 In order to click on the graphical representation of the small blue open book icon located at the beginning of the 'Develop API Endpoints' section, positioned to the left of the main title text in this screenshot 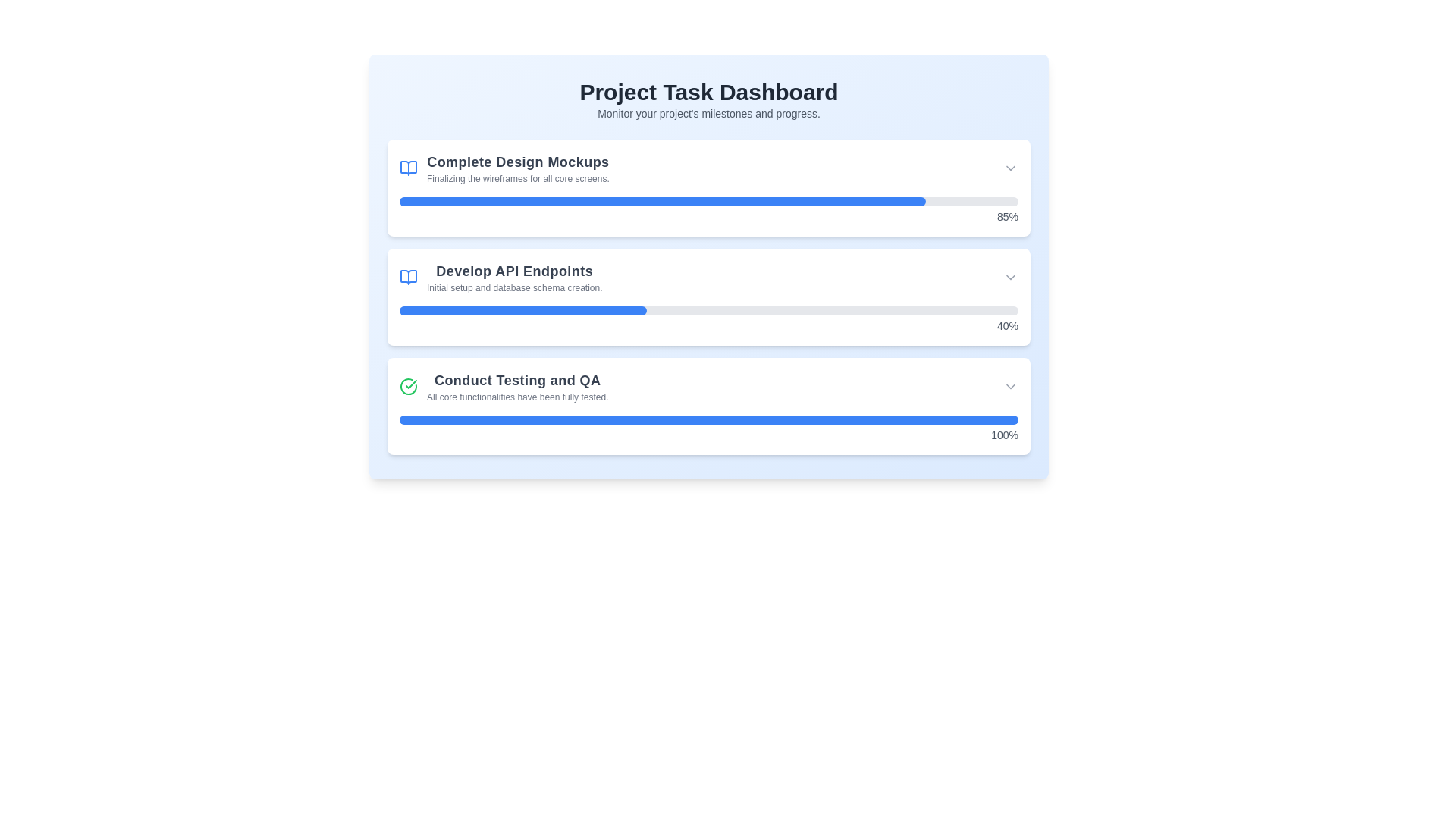, I will do `click(408, 278)`.